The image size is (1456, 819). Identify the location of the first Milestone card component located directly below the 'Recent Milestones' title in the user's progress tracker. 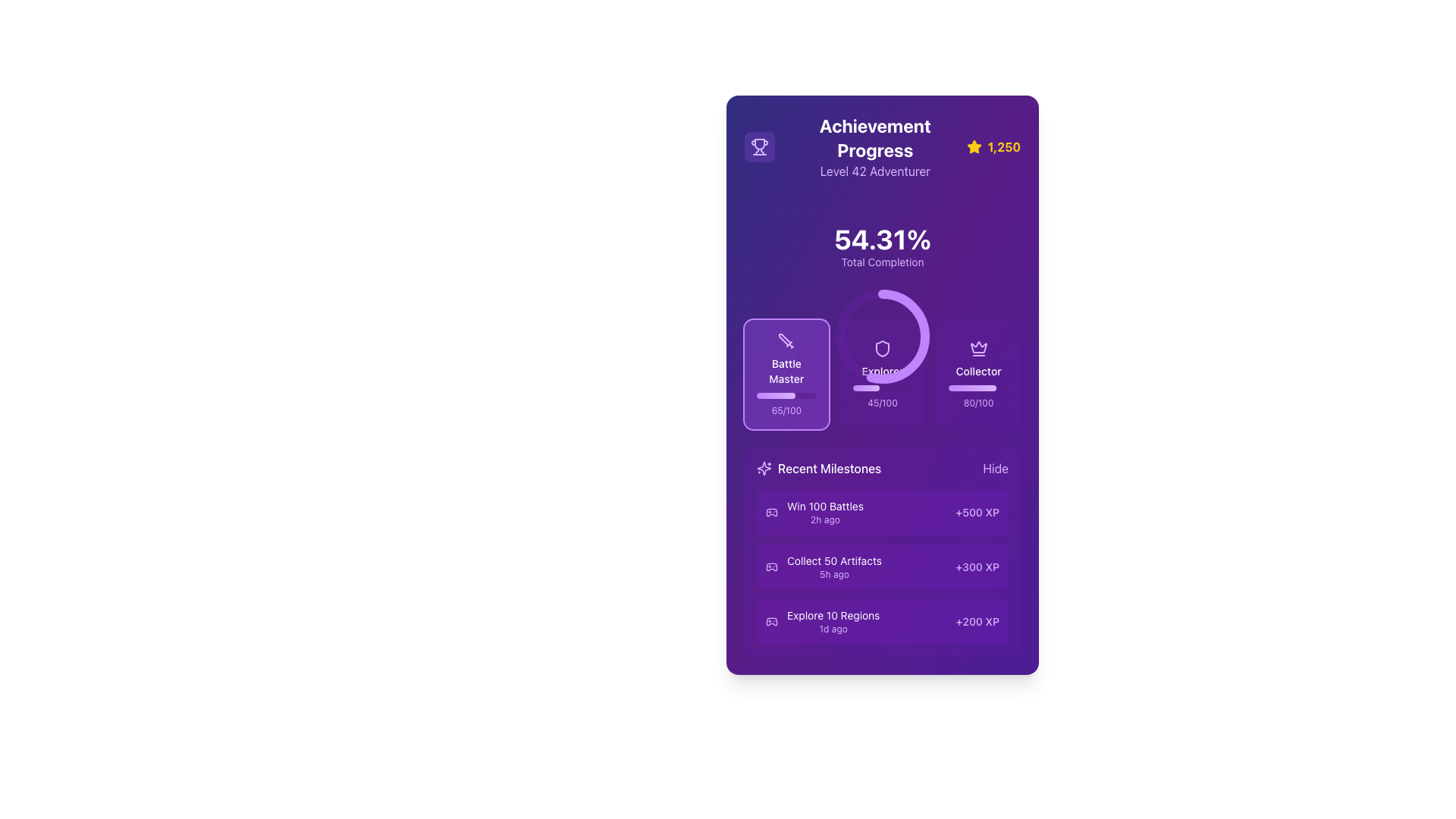
(882, 512).